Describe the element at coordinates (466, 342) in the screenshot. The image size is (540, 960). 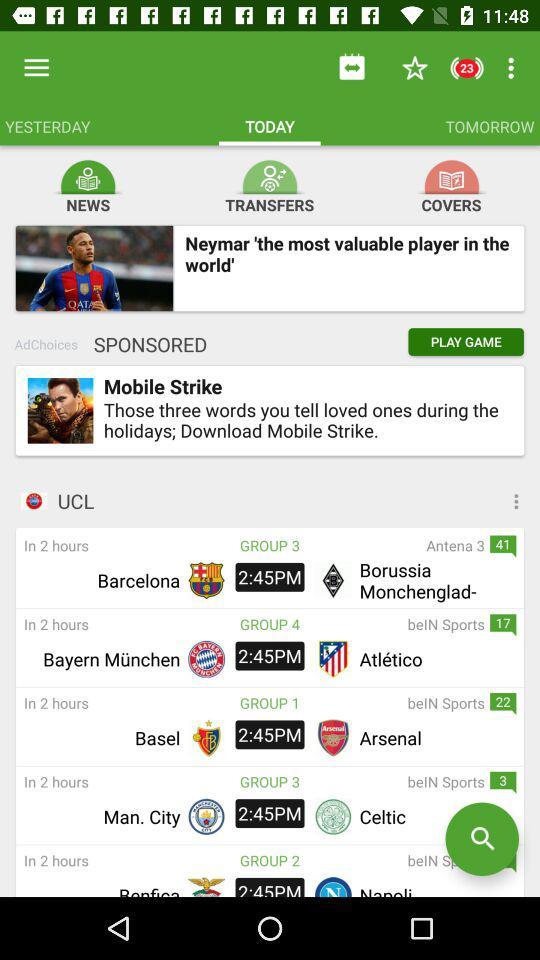
I see `play game icon` at that location.